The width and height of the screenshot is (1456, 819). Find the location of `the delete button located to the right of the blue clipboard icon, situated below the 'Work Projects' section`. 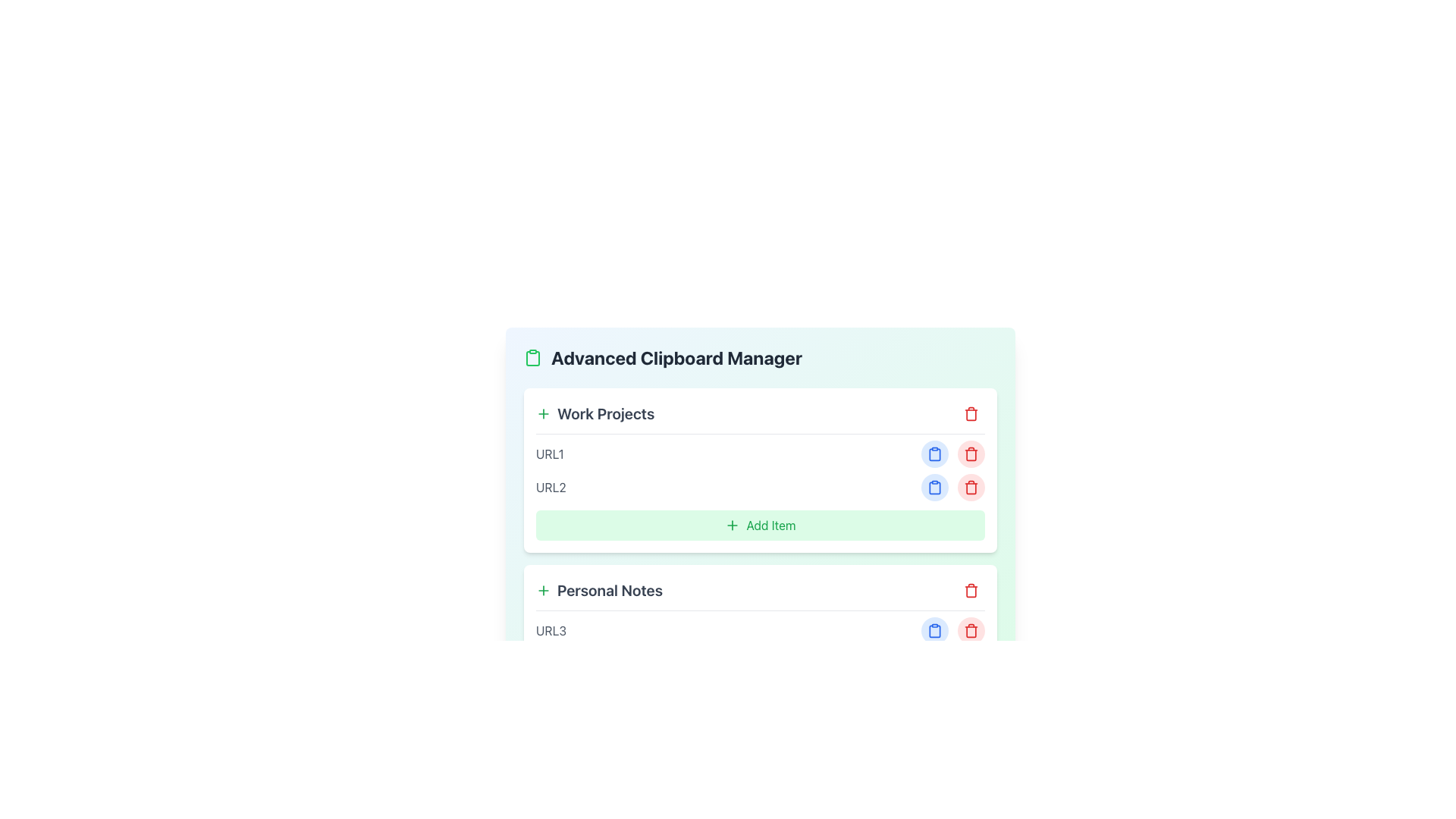

the delete button located to the right of the blue clipboard icon, situated below the 'Work Projects' section is located at coordinates (971, 453).